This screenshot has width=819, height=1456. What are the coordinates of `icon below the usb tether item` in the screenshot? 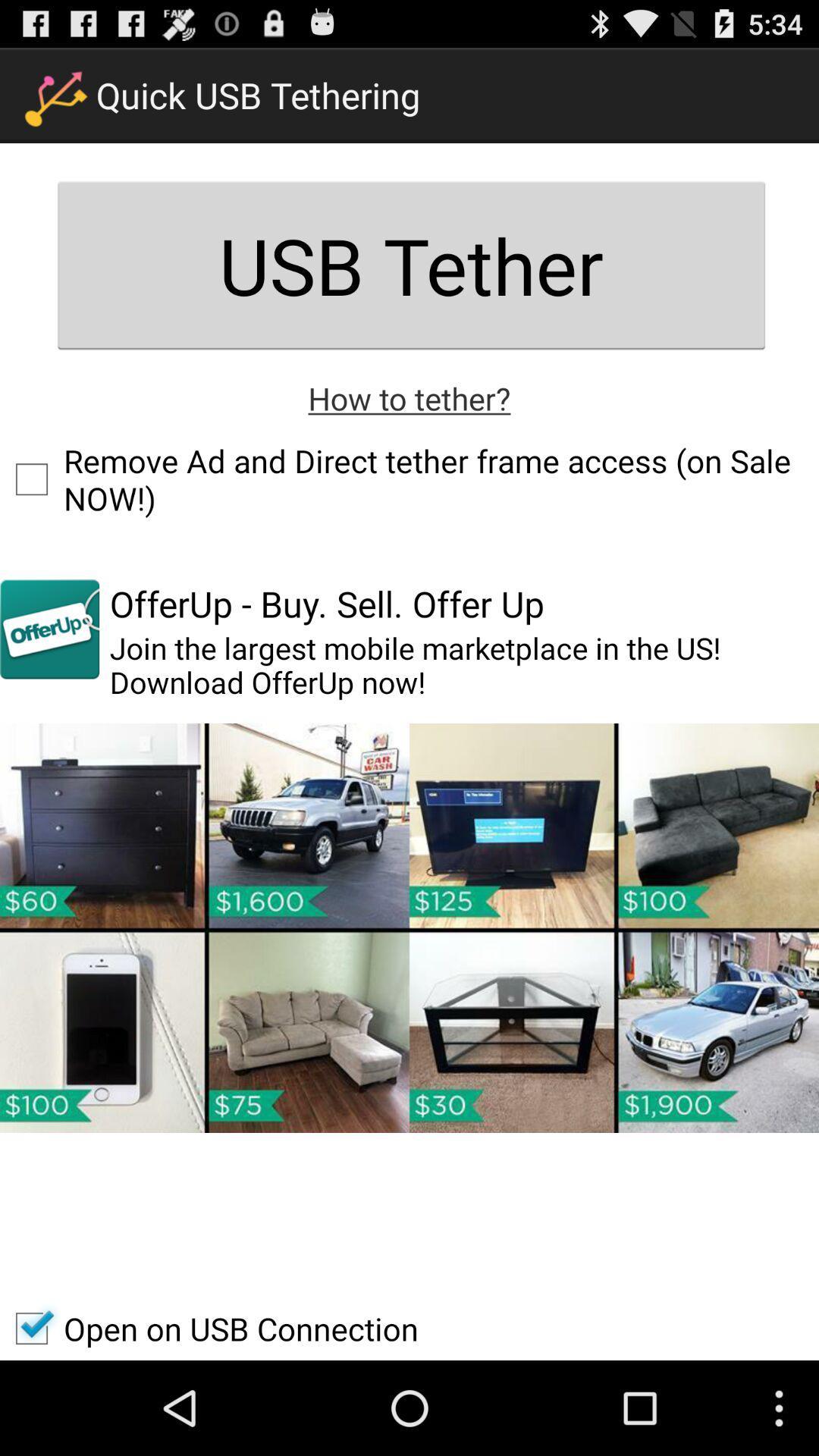 It's located at (409, 397).